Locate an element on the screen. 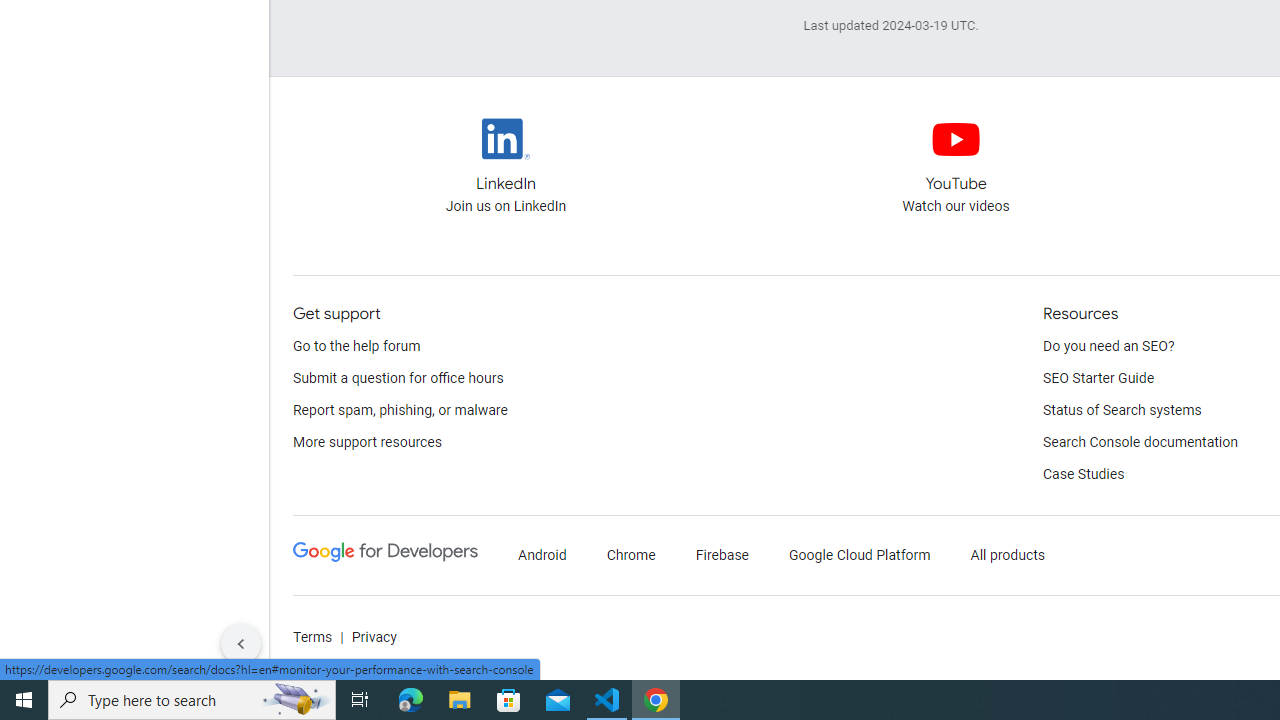 The width and height of the screenshot is (1280, 720). 'Go to the help forum' is located at coordinates (357, 346).